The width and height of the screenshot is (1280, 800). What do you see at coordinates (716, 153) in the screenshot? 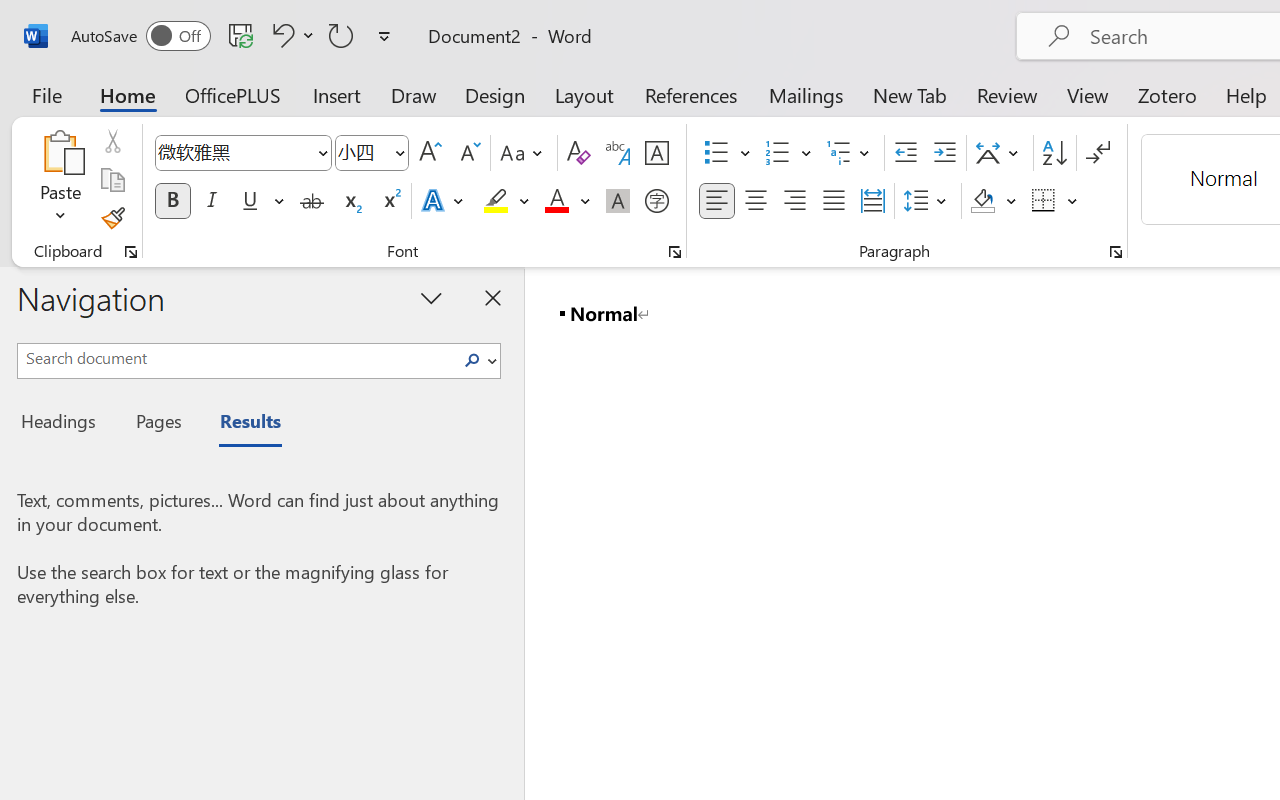
I see `'Bullets'` at bounding box center [716, 153].